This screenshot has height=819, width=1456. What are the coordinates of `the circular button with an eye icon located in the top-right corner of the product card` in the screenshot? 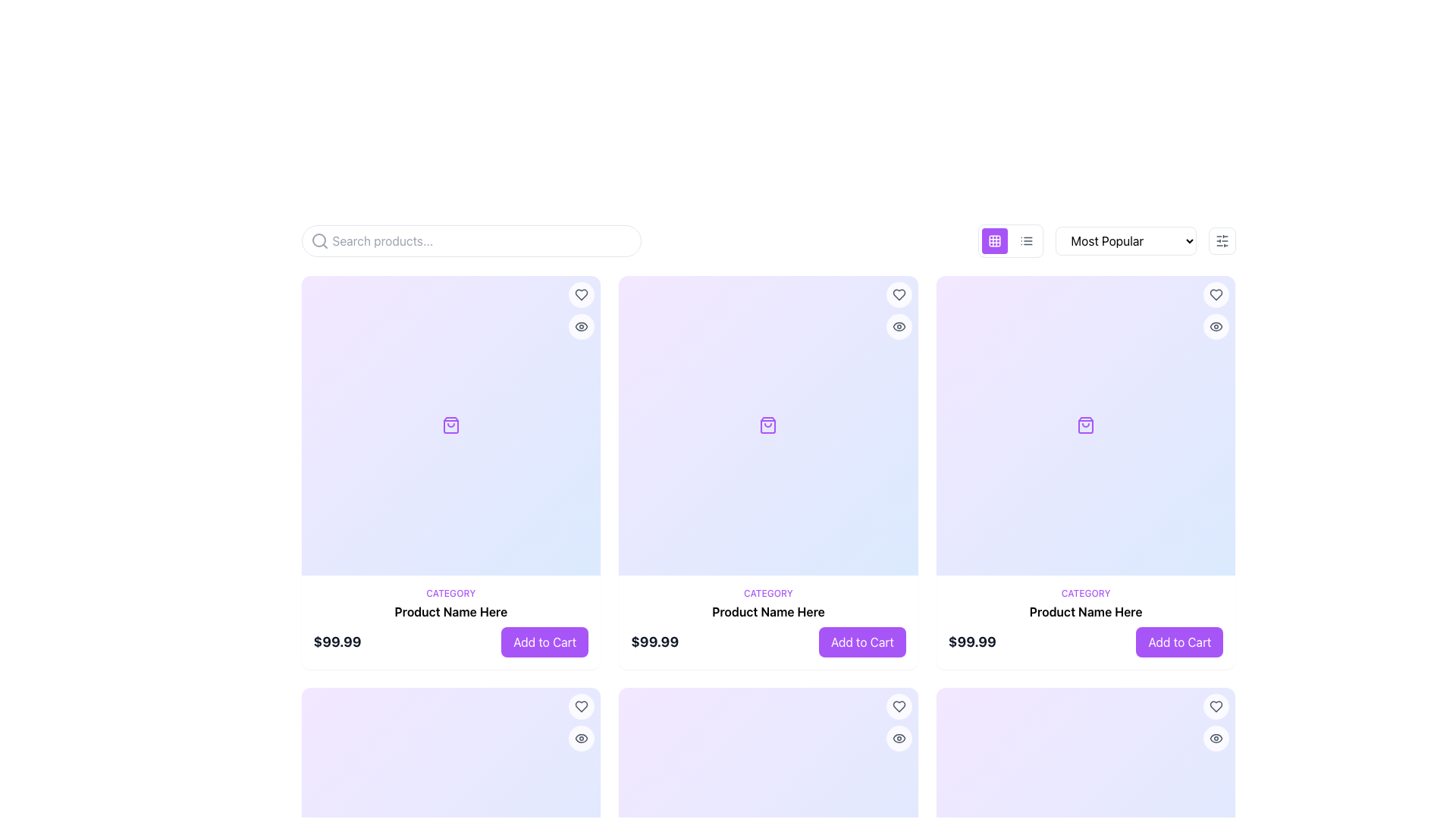 It's located at (1216, 737).